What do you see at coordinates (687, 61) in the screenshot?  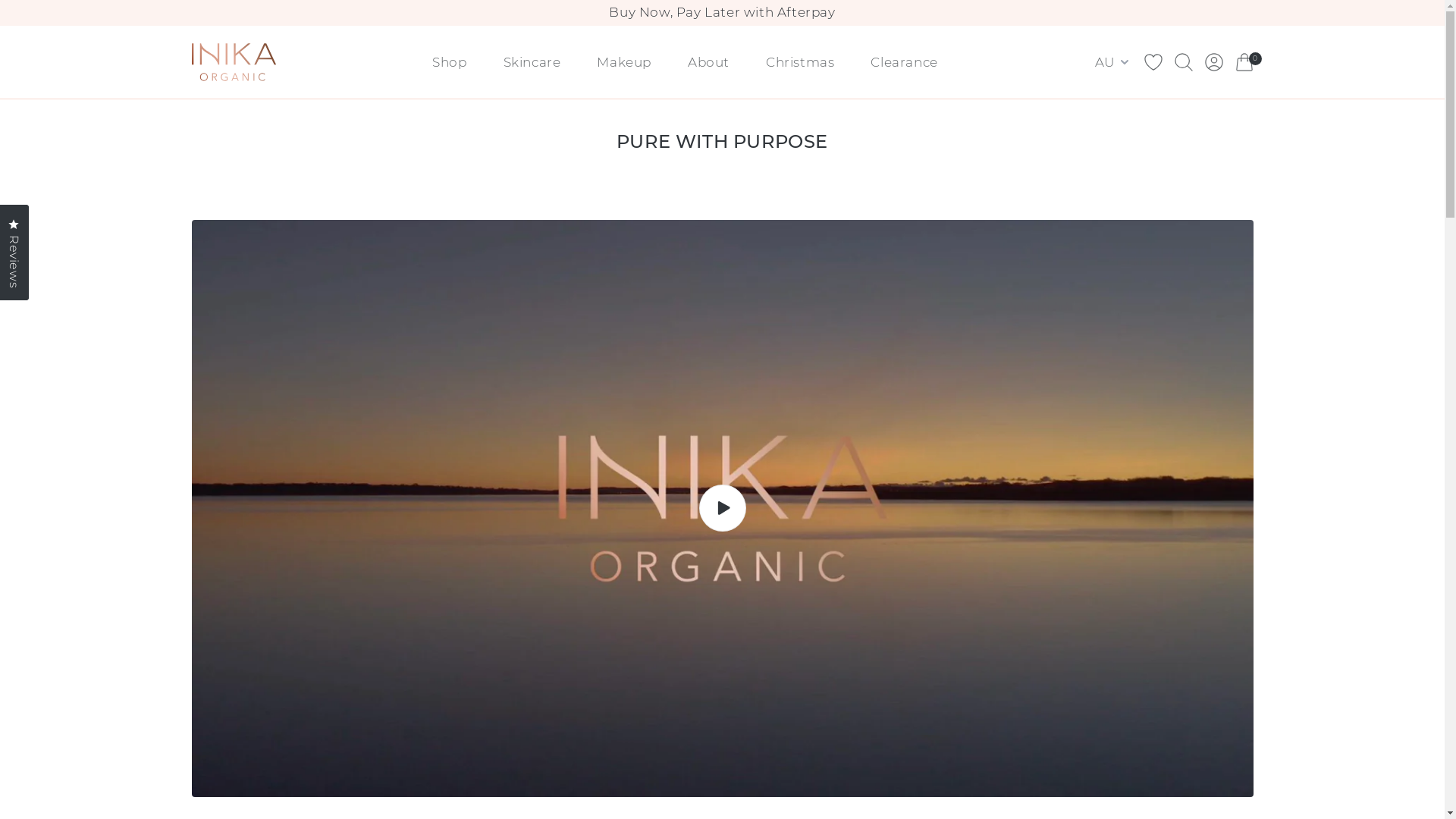 I see `'About'` at bounding box center [687, 61].